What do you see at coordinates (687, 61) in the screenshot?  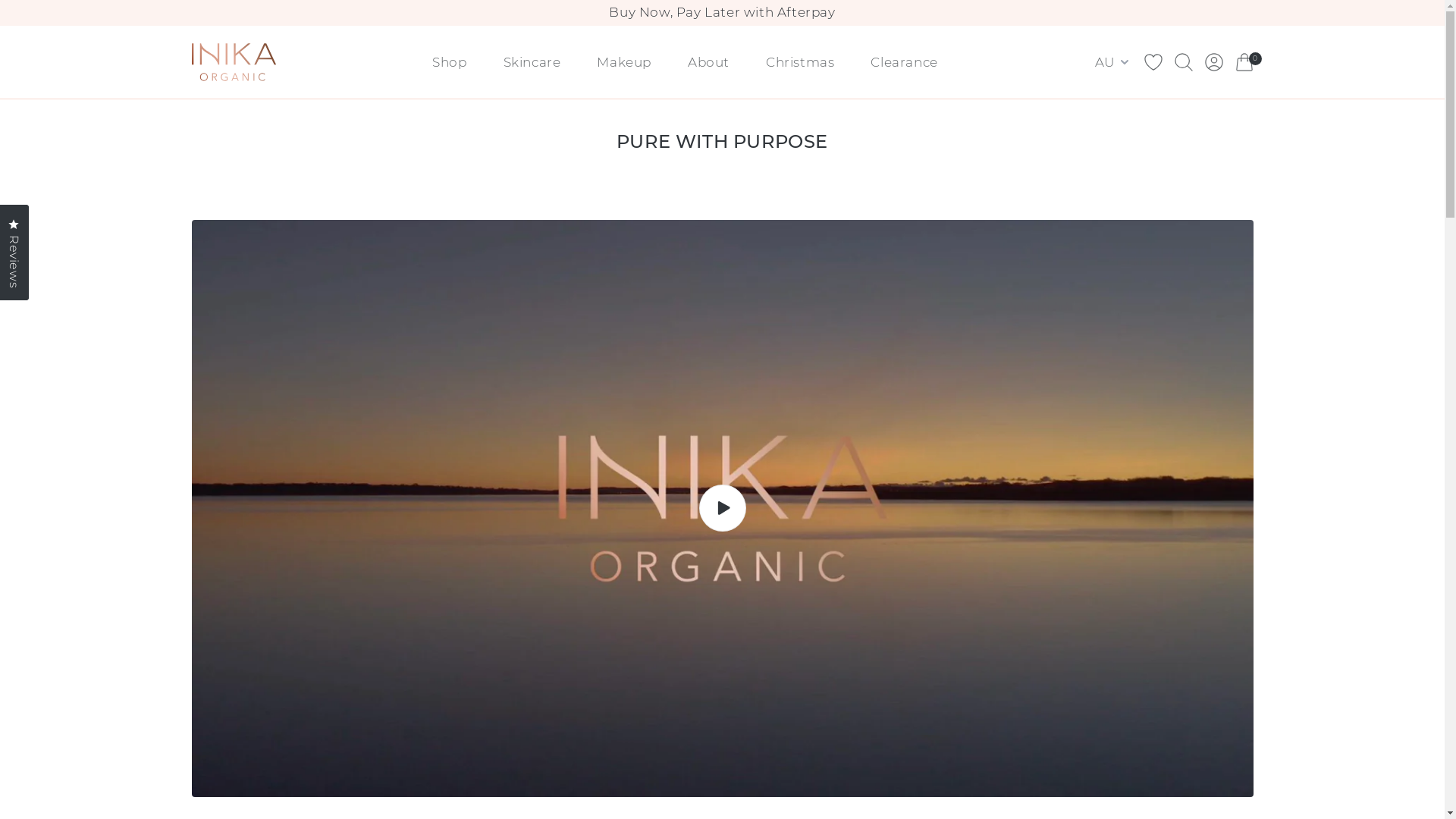 I see `'About'` at bounding box center [687, 61].